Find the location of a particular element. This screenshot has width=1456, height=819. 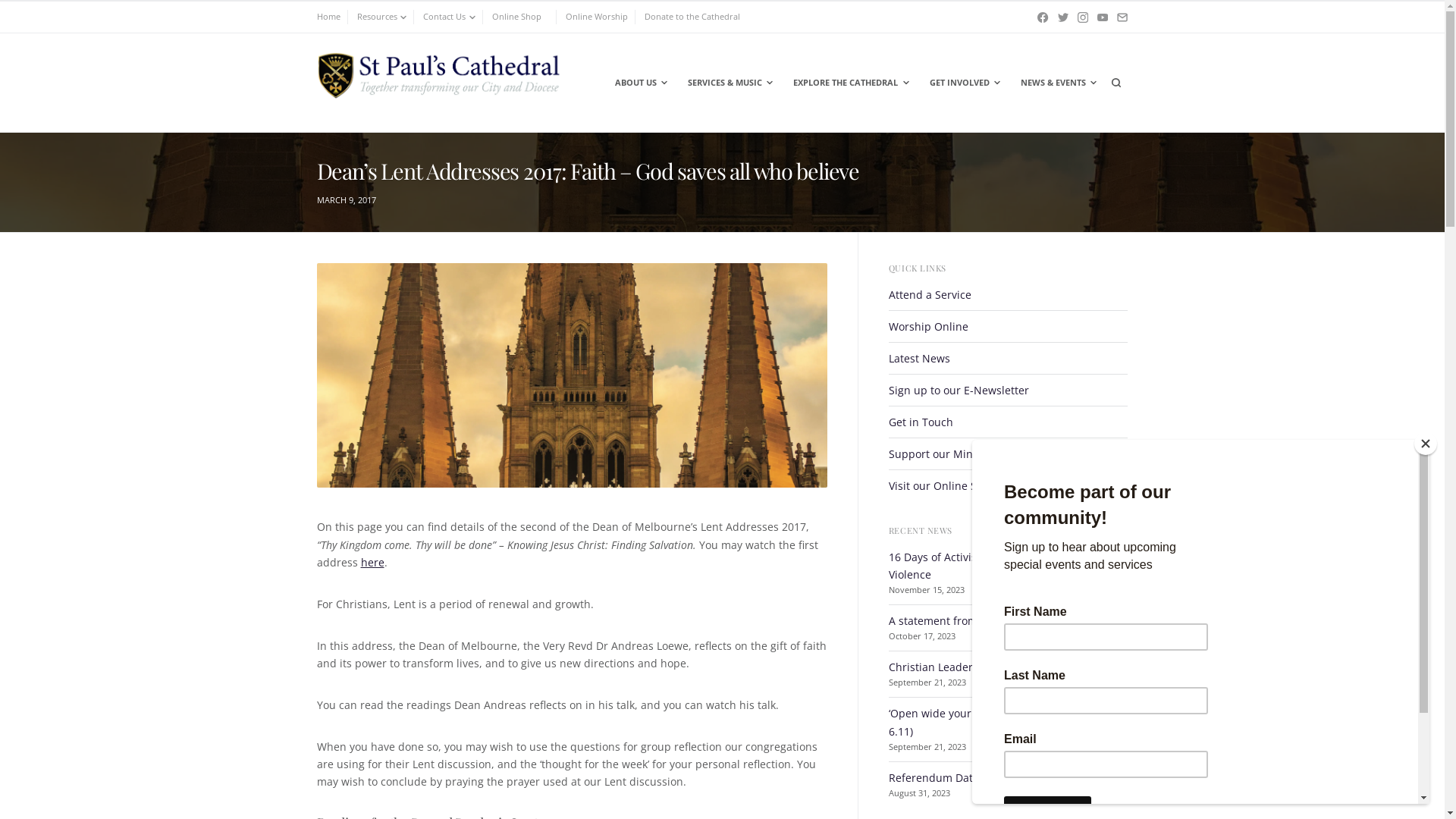

'Contact Us' is located at coordinates (448, 17).